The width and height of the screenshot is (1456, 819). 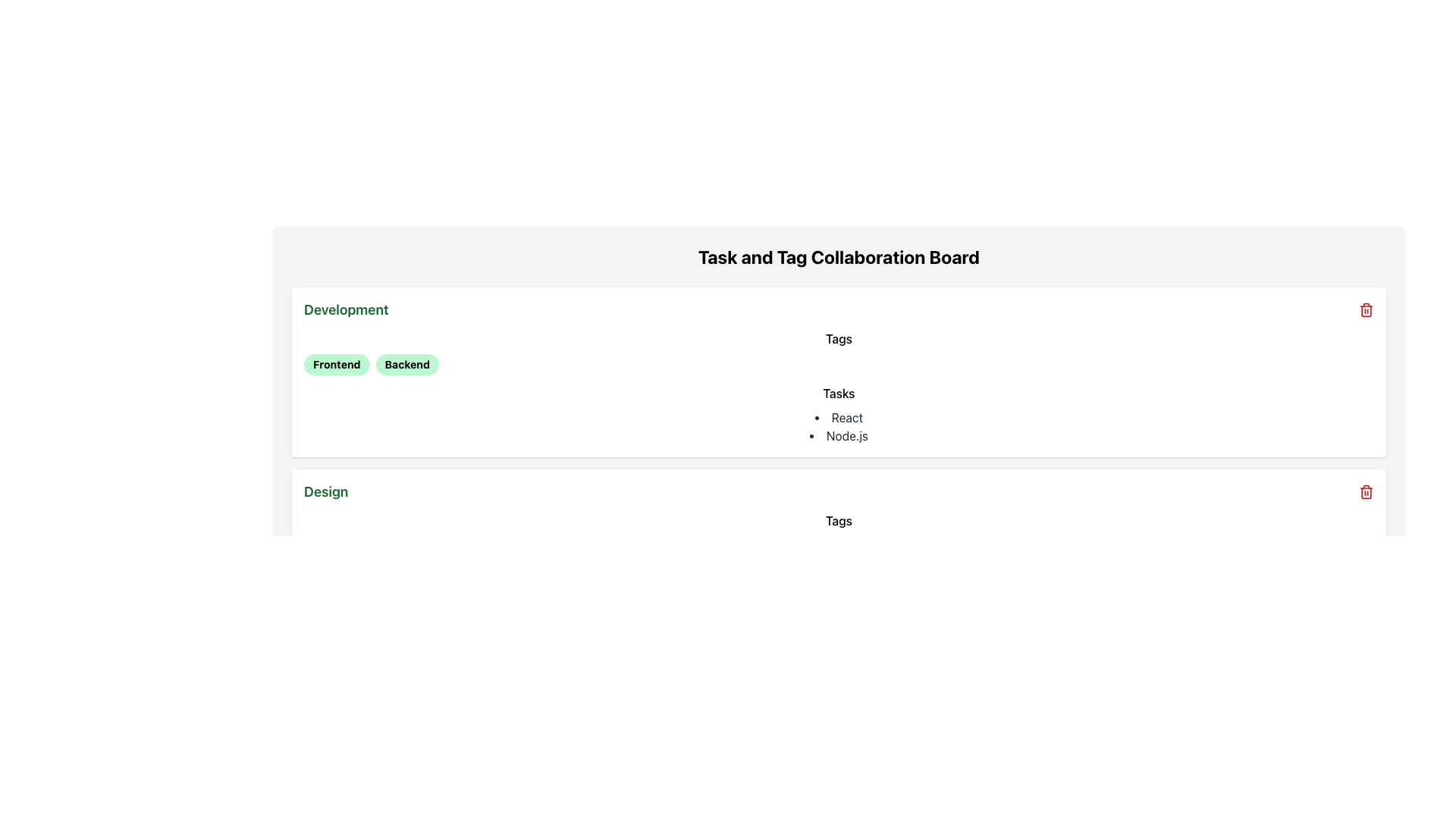 What do you see at coordinates (838, 415) in the screenshot?
I see `the 'React' item within the Content Block located in the 'Development' section` at bounding box center [838, 415].